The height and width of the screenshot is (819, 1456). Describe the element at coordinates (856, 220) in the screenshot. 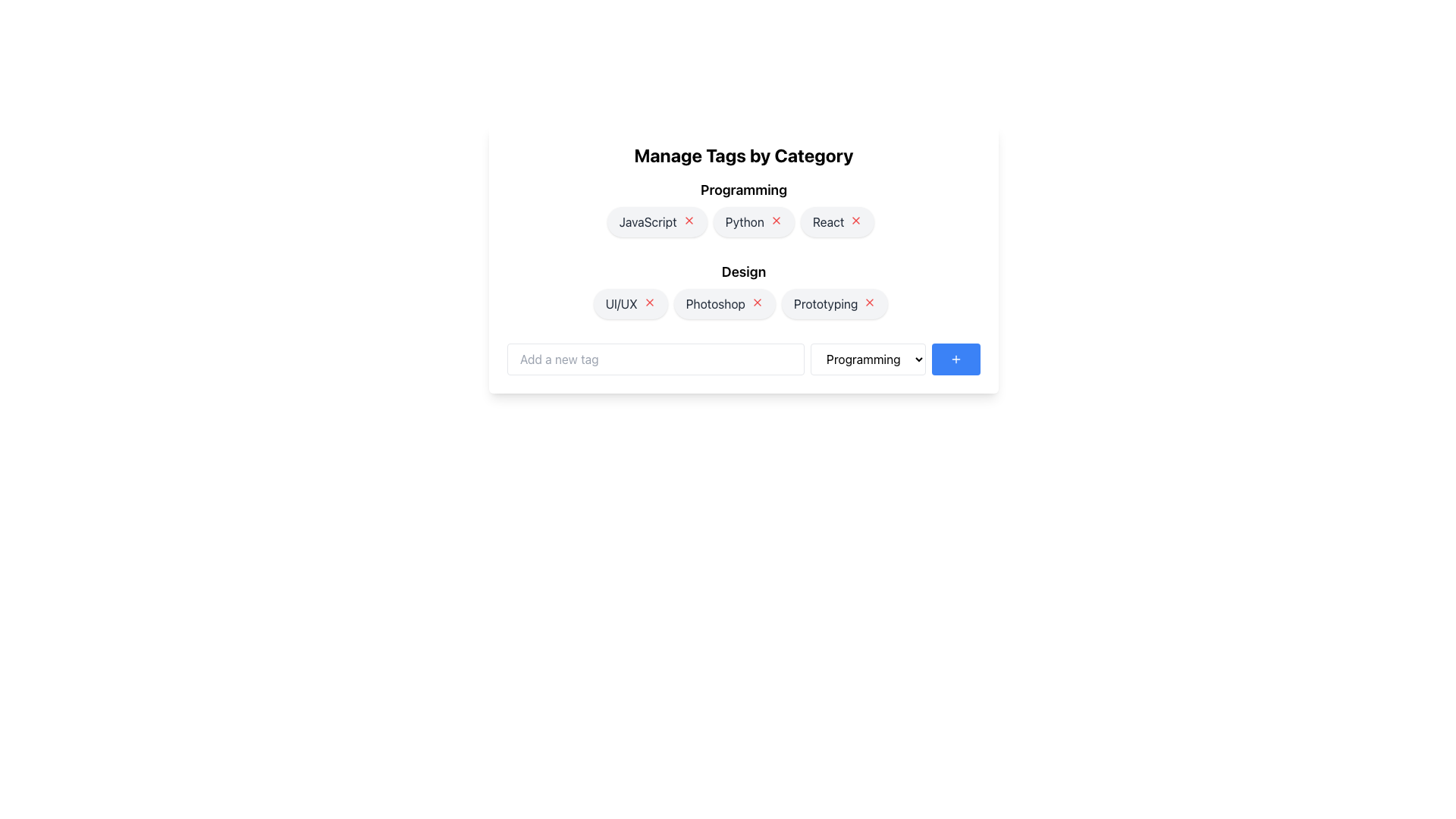

I see `the small red 'X' close icon located to the right of the text 'React'` at that location.